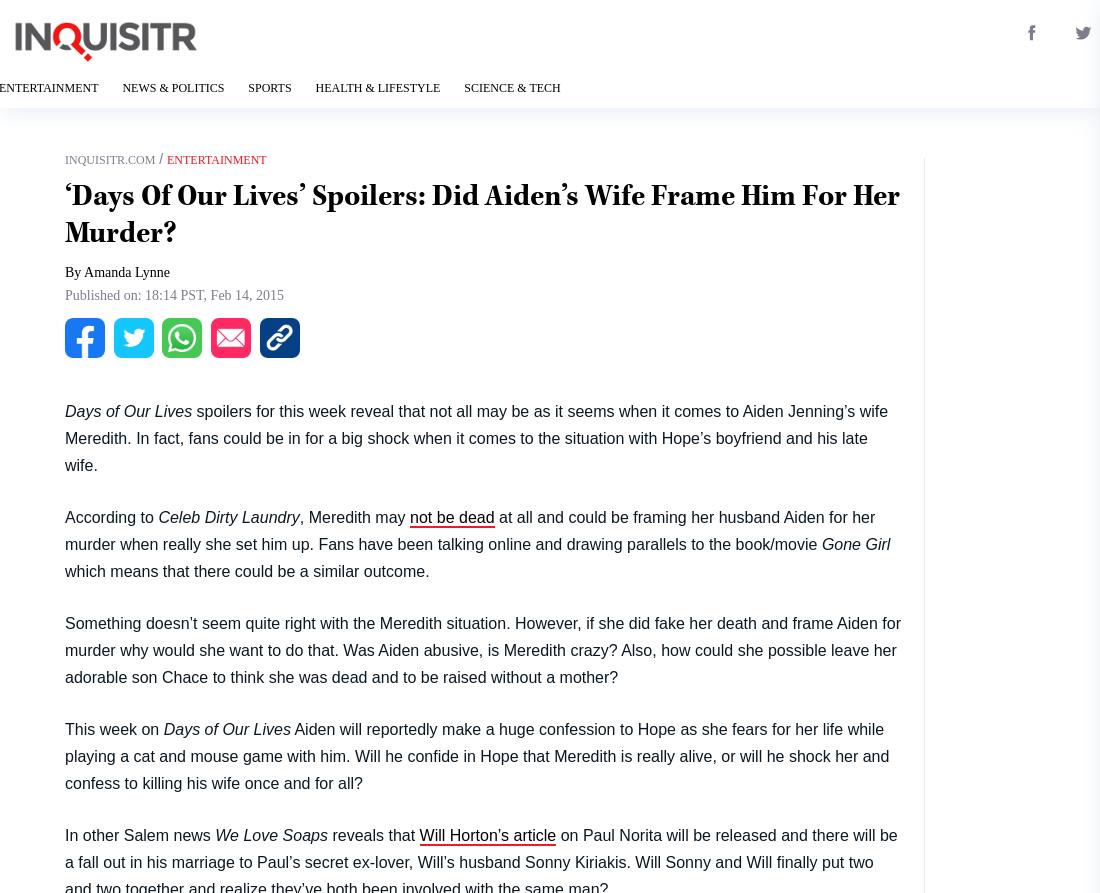  I want to click on 'reveals that', so click(373, 833).